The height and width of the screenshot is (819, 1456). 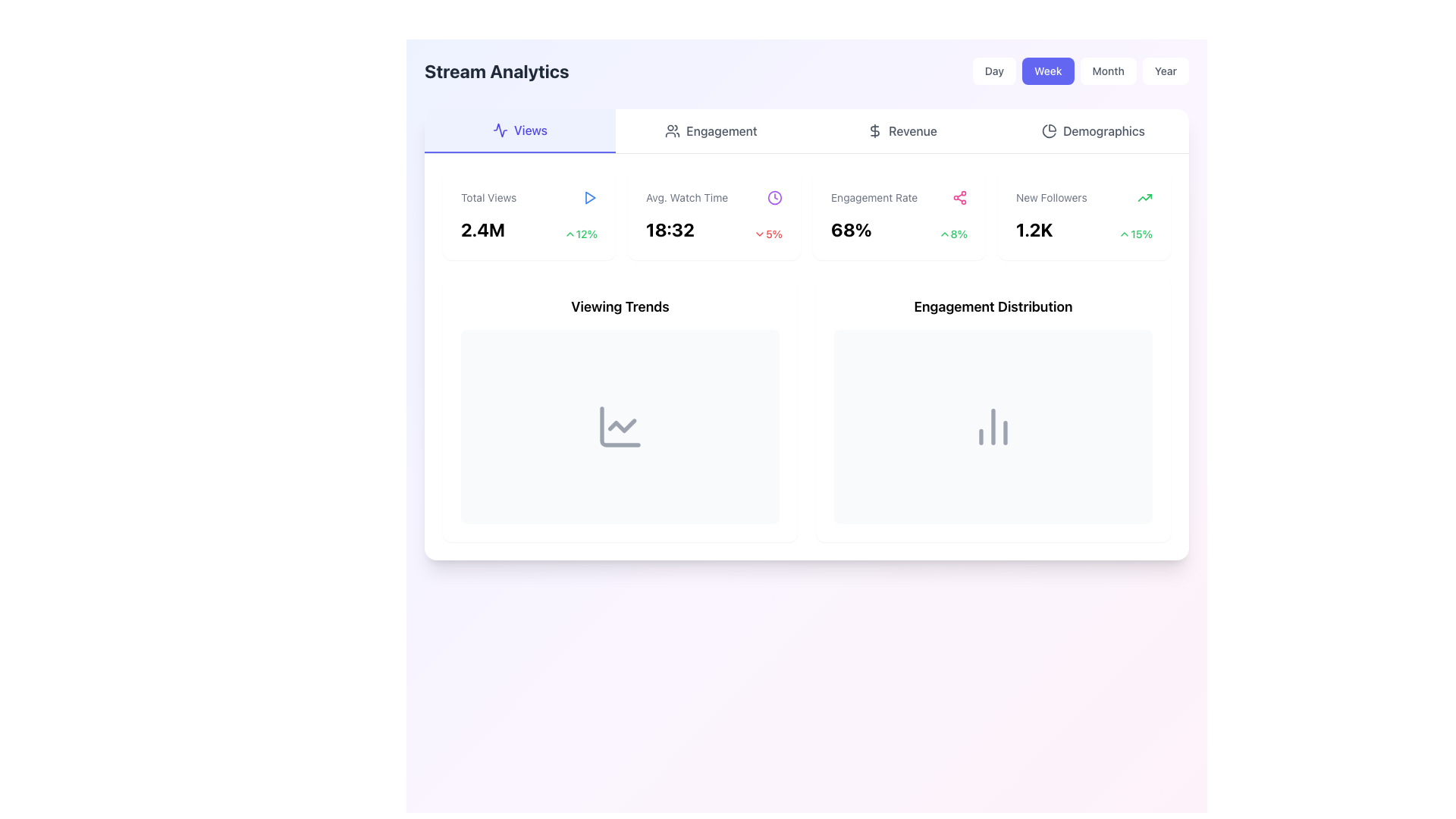 What do you see at coordinates (482, 230) in the screenshot?
I see `the Text label displaying '2.4M', which represents the total views metric and is located at the top-left corner of the interface under the 'Total Views' heading` at bounding box center [482, 230].